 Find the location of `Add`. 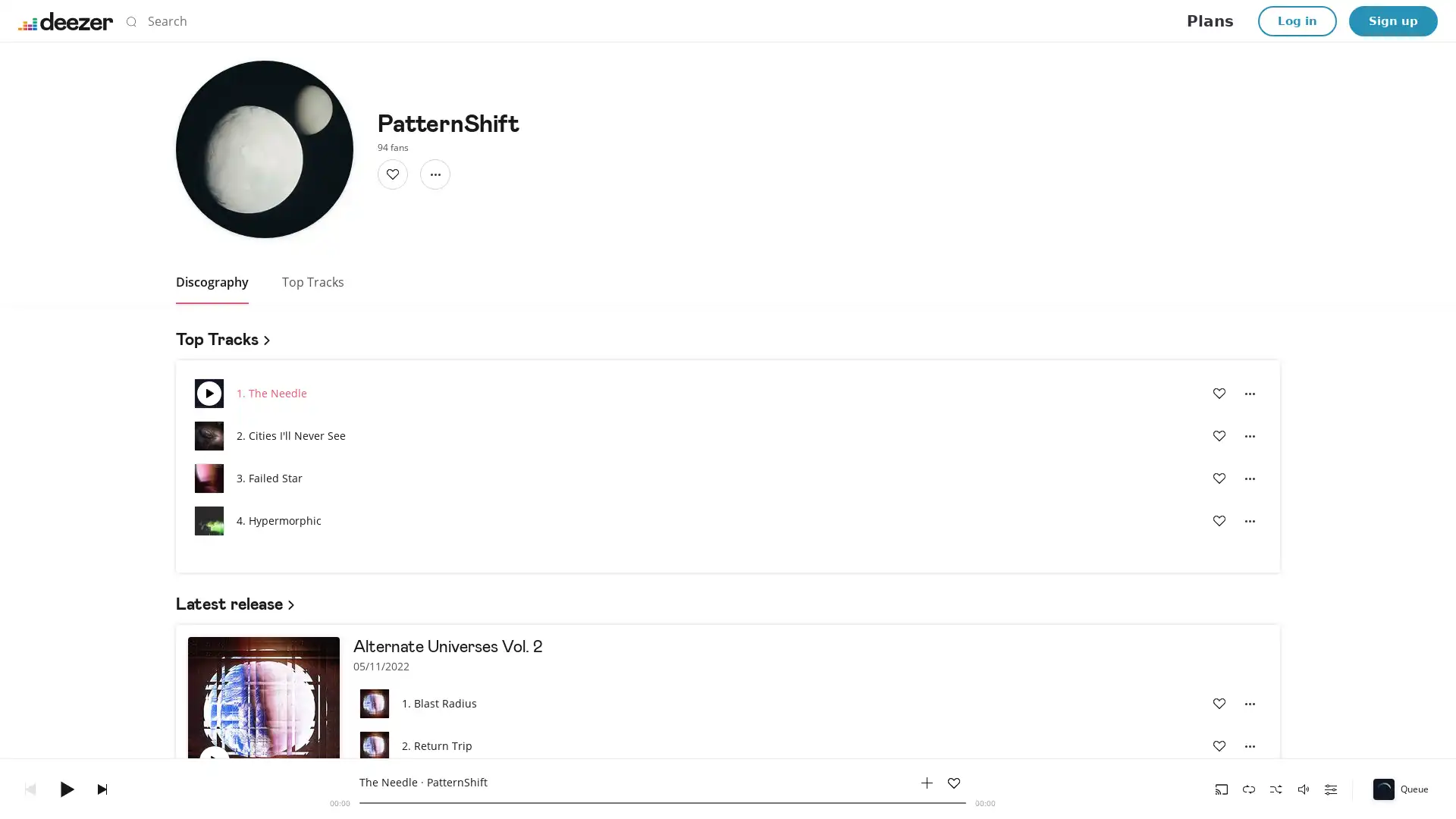

Add is located at coordinates (393, 174).